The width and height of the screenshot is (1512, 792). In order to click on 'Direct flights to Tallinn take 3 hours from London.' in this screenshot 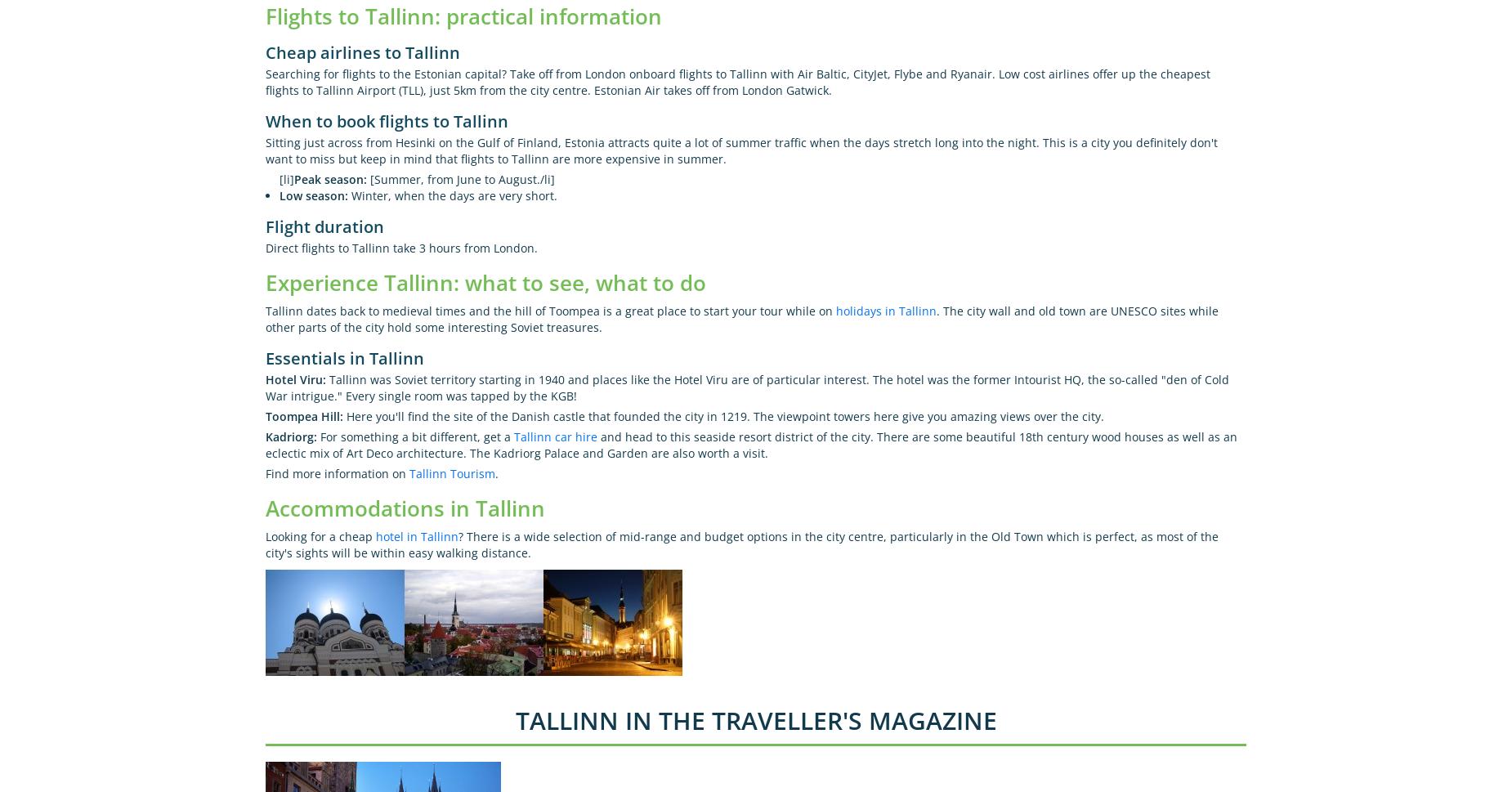, I will do `click(401, 247)`.